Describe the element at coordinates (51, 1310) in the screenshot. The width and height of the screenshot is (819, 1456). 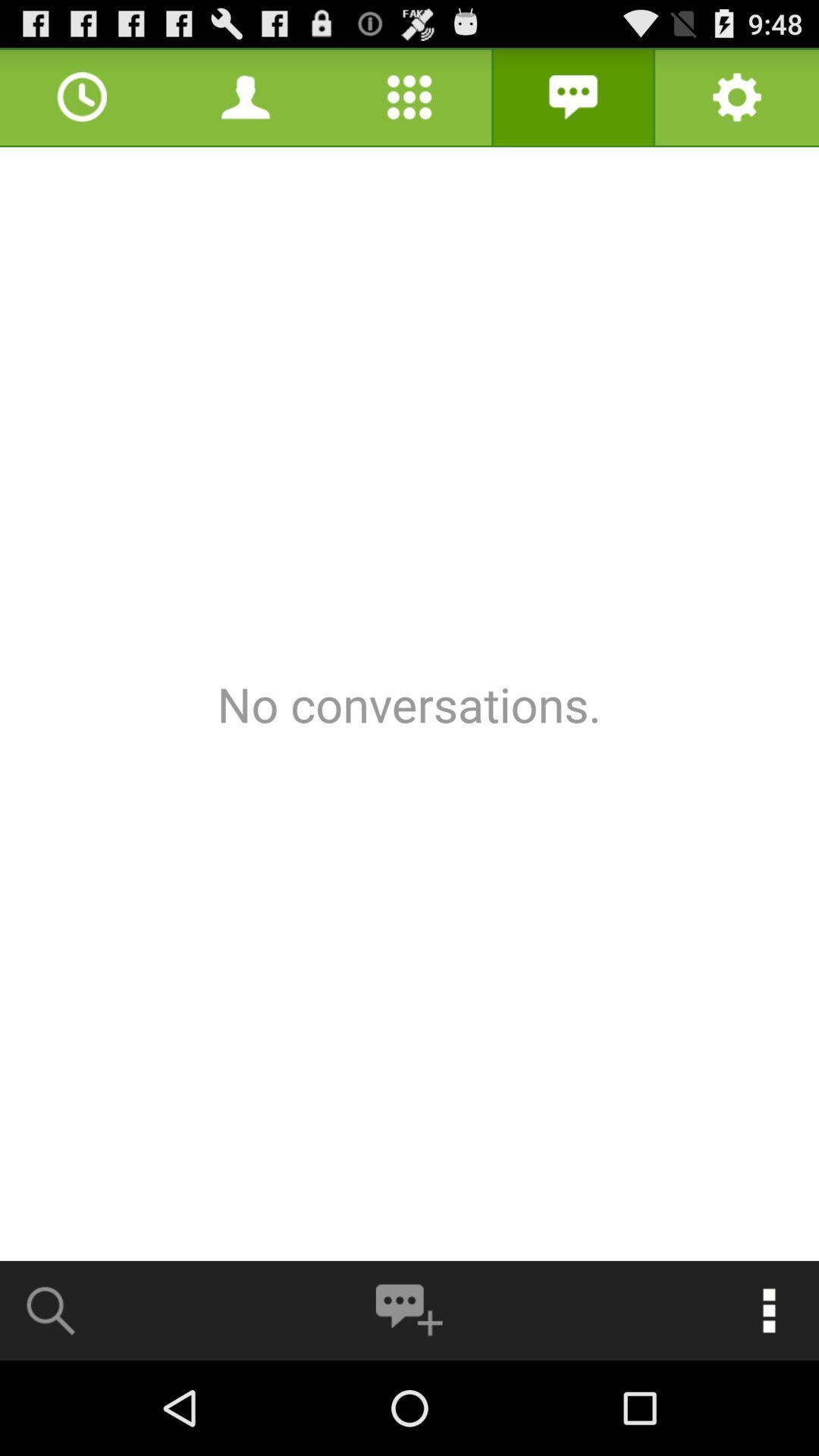
I see `search conversations` at that location.